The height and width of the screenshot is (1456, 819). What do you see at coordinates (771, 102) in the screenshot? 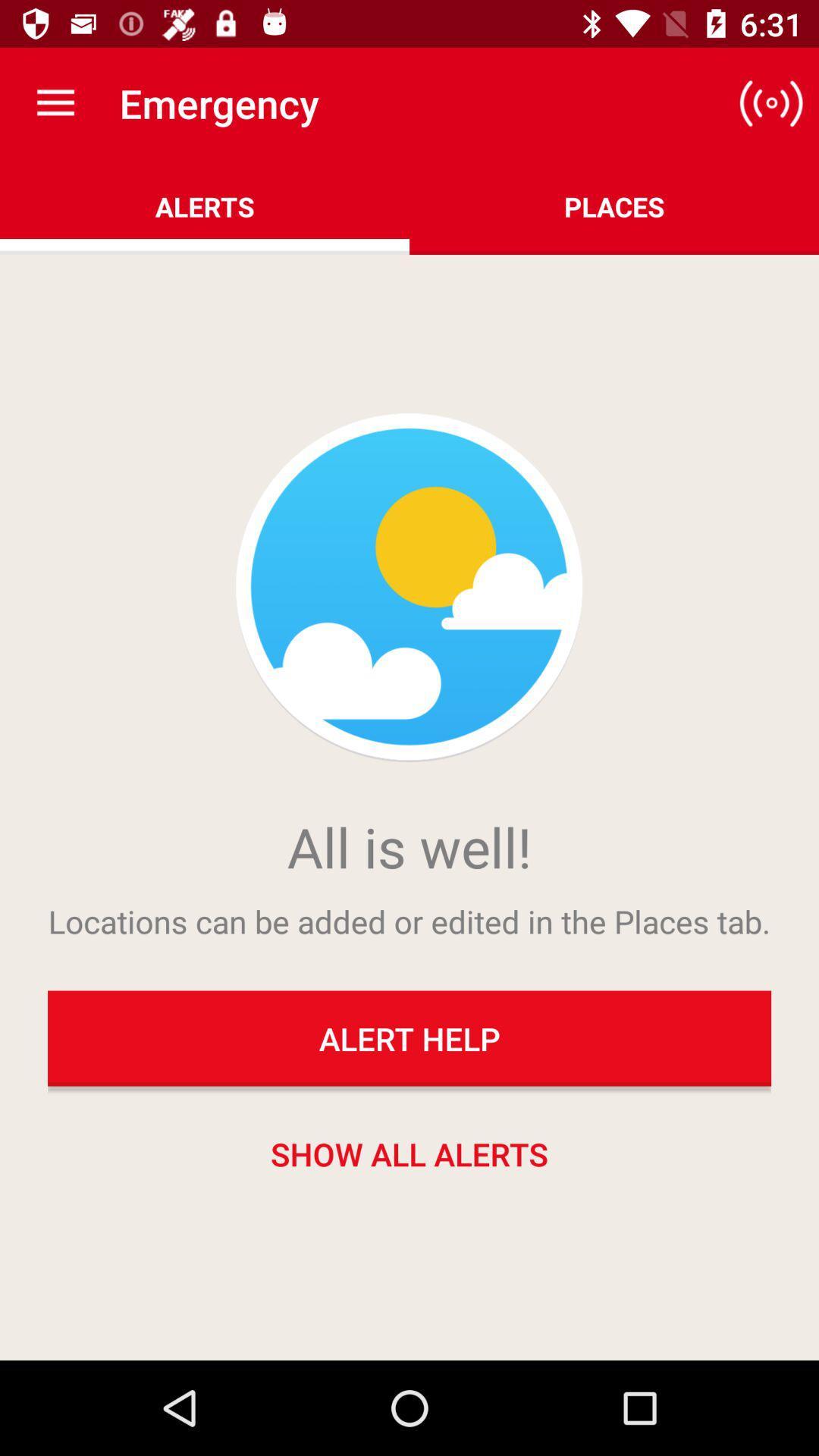
I see `app next to alerts app` at bounding box center [771, 102].